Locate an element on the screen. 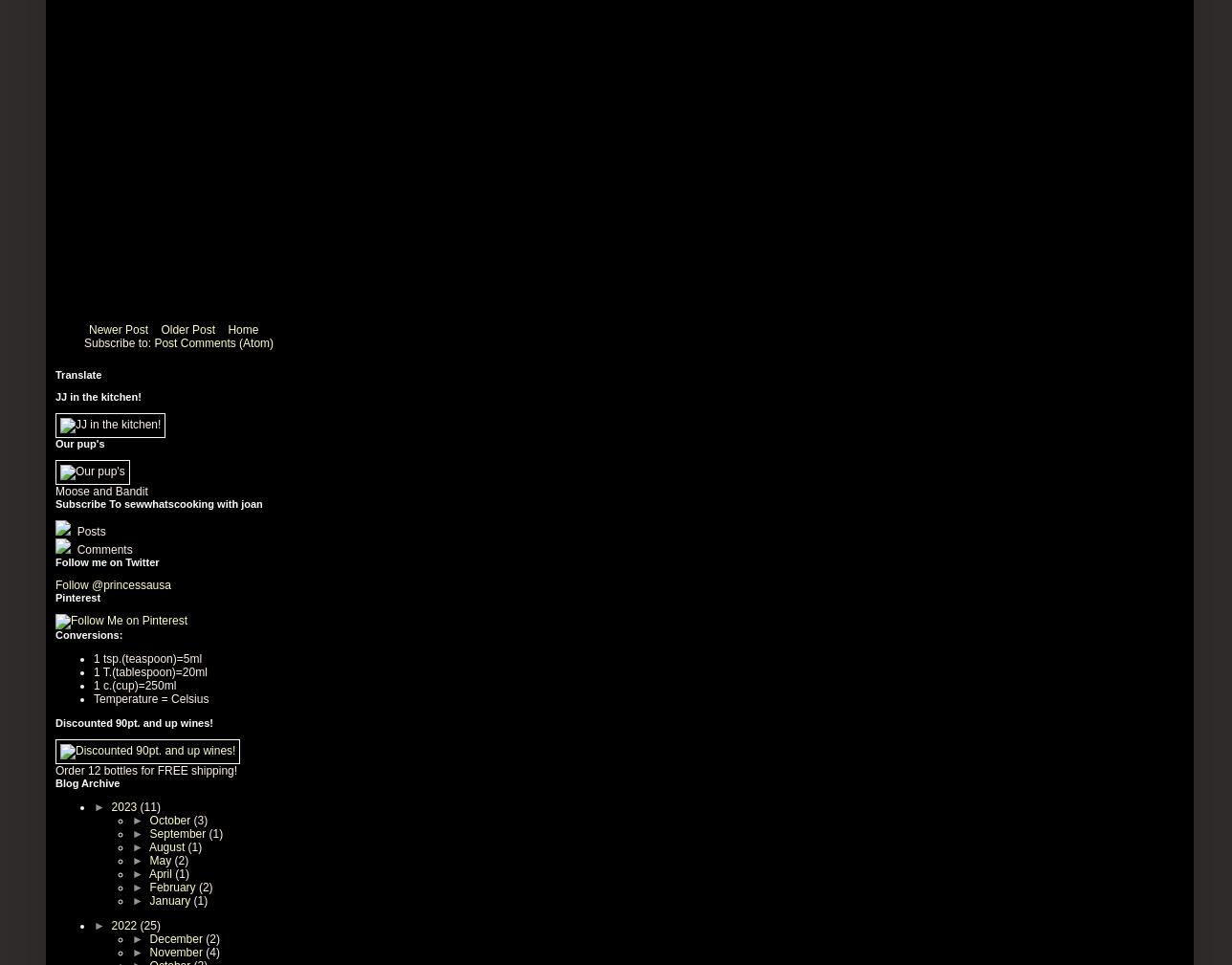  '(4)' is located at coordinates (205, 951).